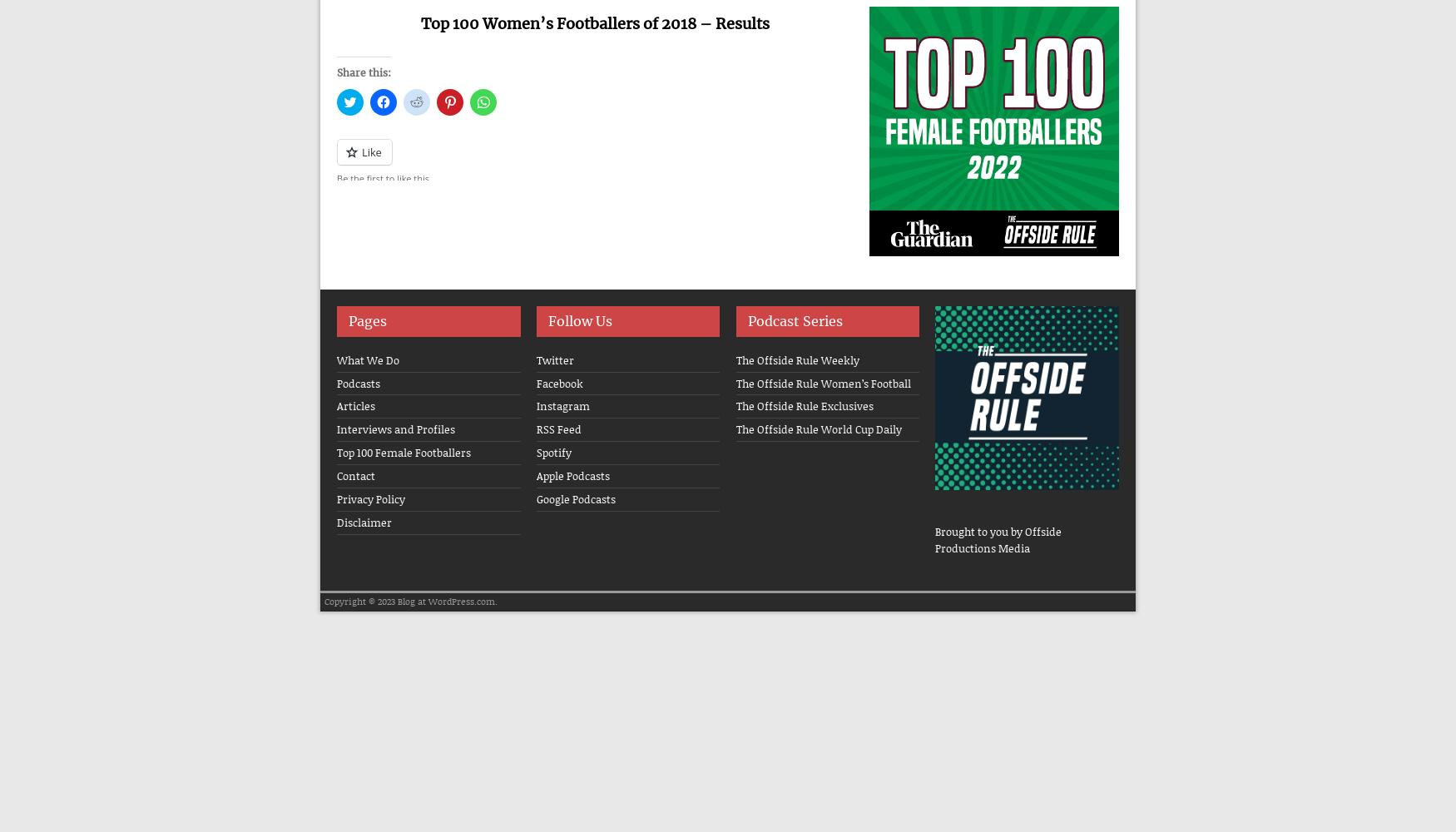 This screenshot has height=832, width=1456. What do you see at coordinates (535, 453) in the screenshot?
I see `'Spotify'` at bounding box center [535, 453].